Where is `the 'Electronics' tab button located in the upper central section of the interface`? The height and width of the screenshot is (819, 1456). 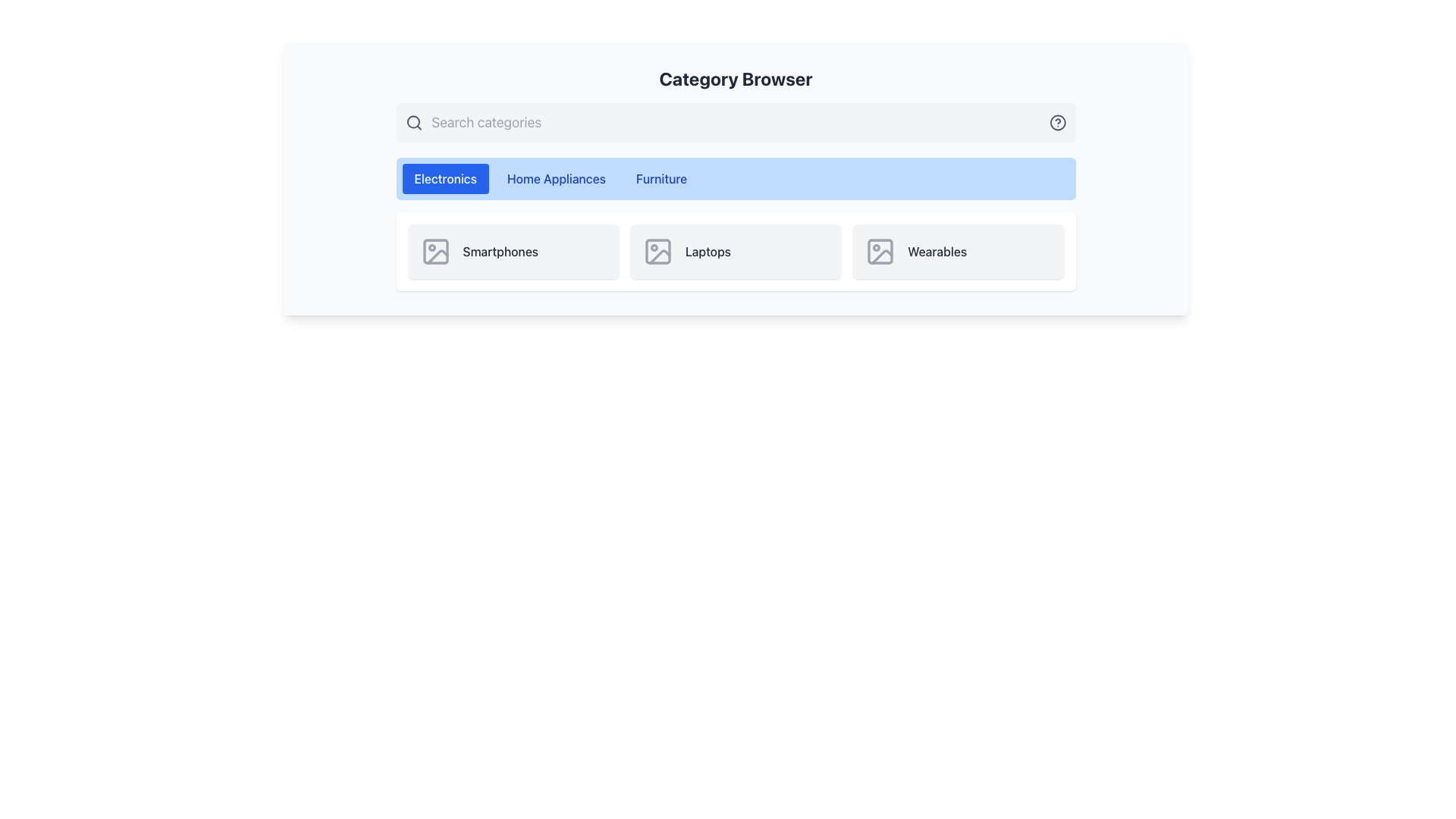 the 'Electronics' tab button located in the upper central section of the interface is located at coordinates (444, 177).